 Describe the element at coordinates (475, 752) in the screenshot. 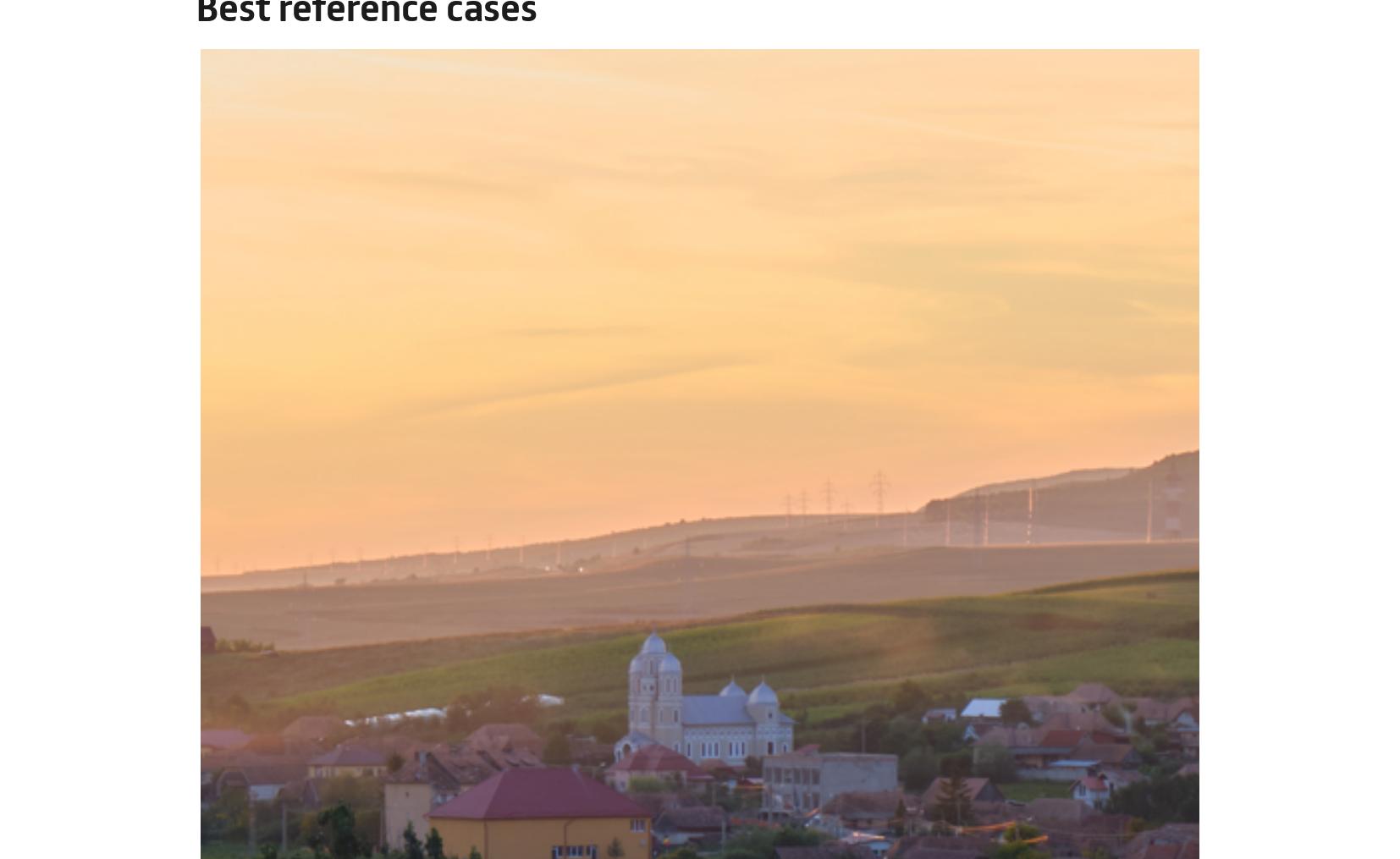

I see `'and'` at that location.